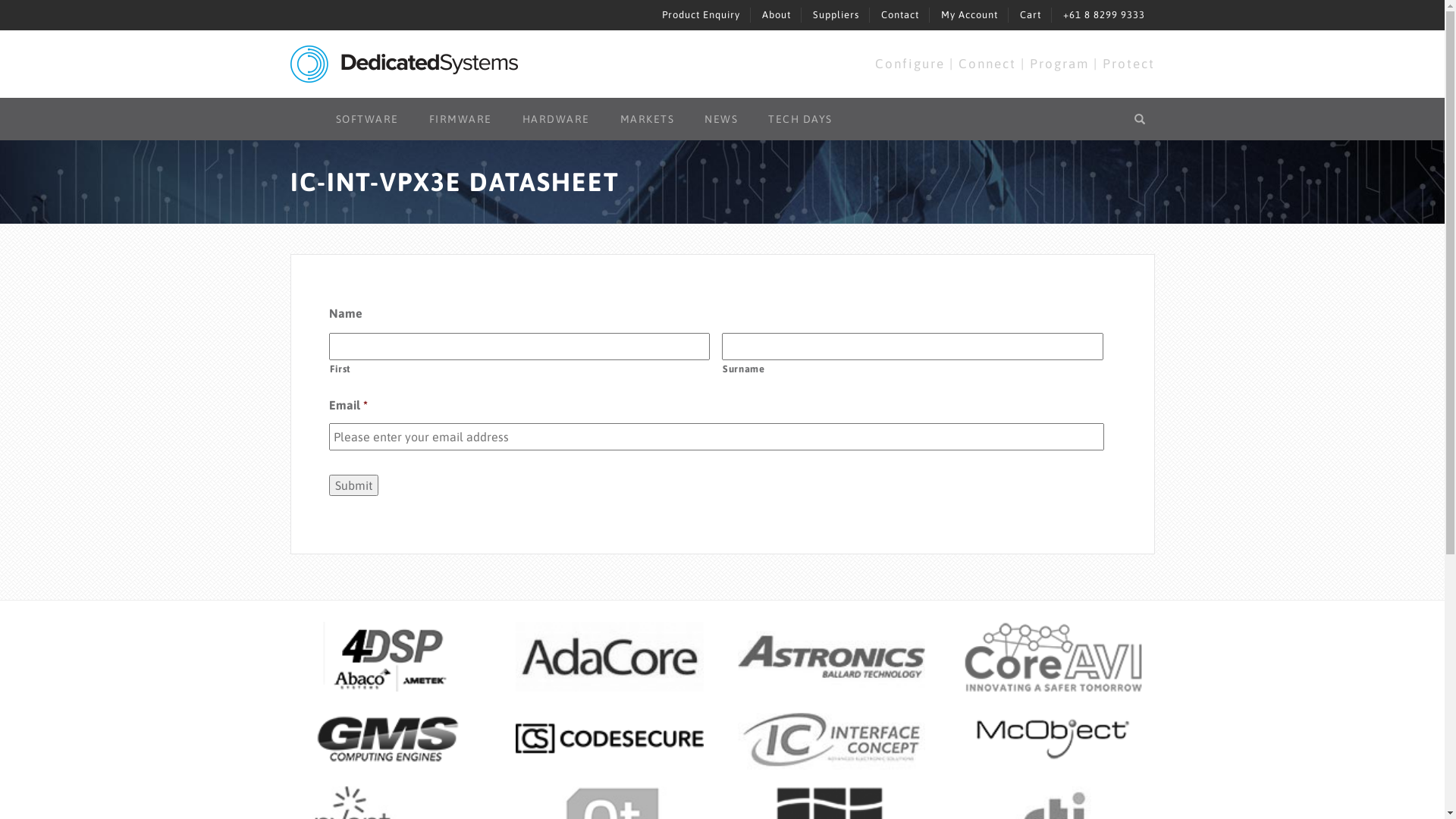 The image size is (1456, 819). Describe the element at coordinates (968, 14) in the screenshot. I see `'My Account'` at that location.